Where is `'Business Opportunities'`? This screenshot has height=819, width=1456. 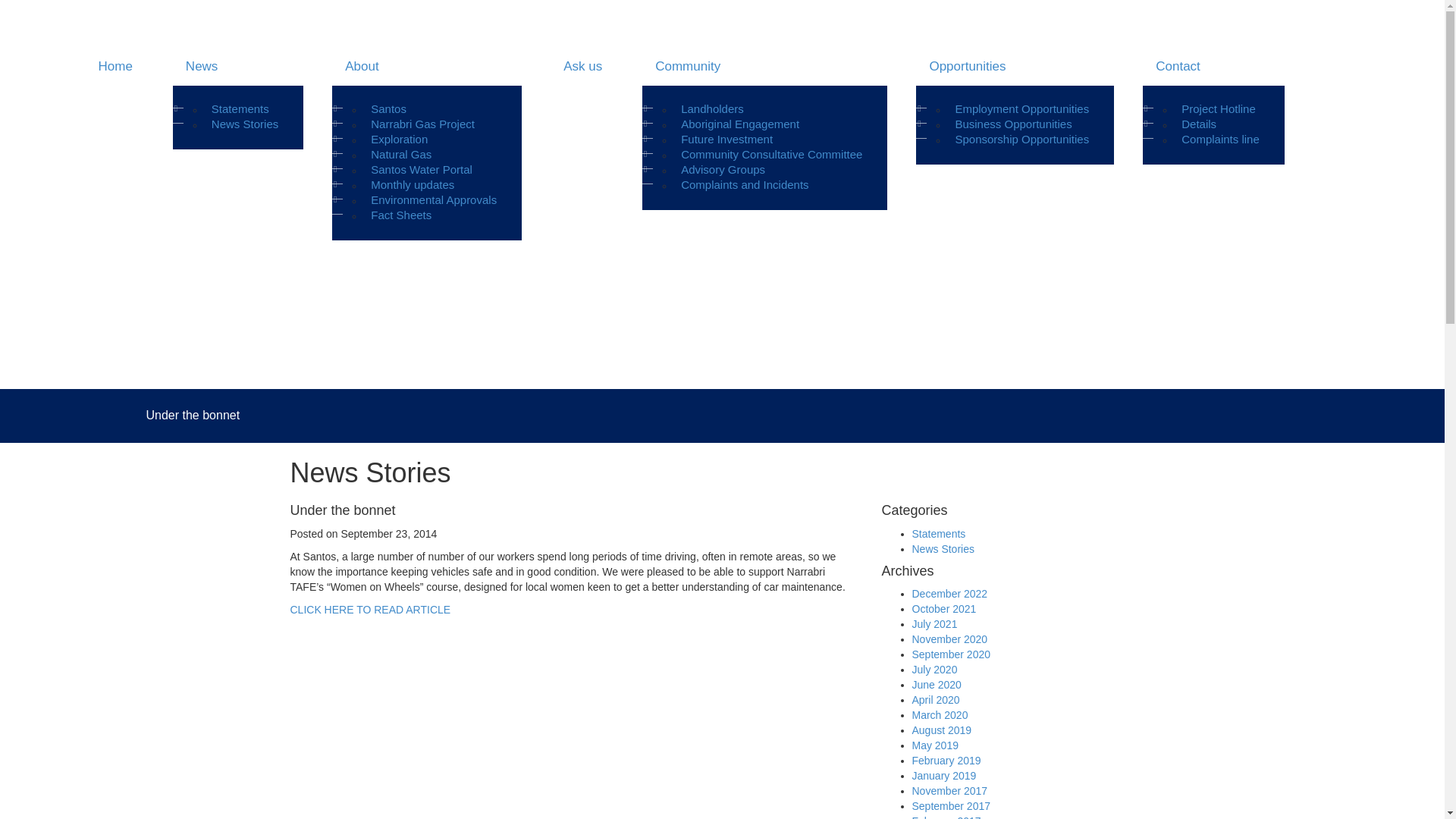
'Business Opportunities' is located at coordinates (946, 124).